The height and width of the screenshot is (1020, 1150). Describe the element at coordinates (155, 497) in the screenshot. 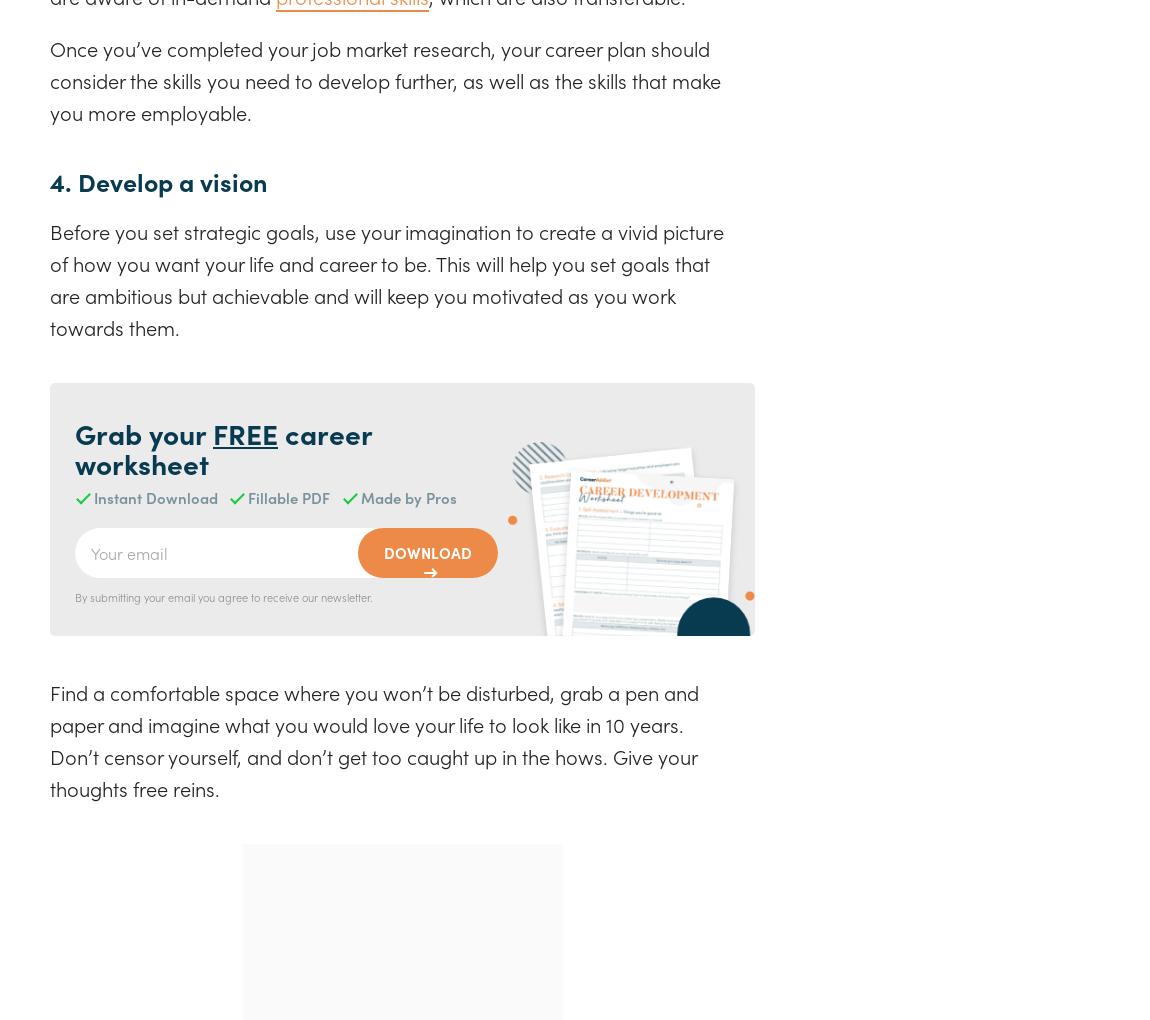

I see `'Instant Download'` at that location.